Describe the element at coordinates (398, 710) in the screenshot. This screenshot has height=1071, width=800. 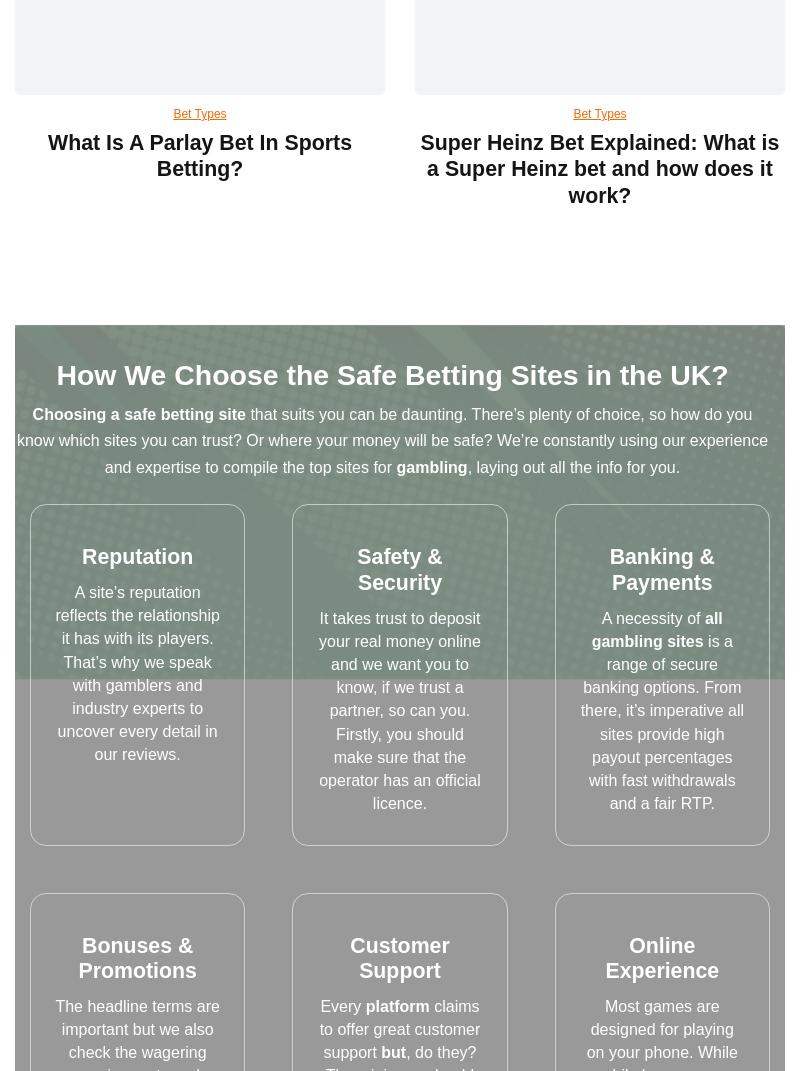
I see `'It takes trust to deposit your real money online and we want you to know, if we trust a partner, so can you. Firstly, you should make sure that the operator has an official licence.'` at that location.